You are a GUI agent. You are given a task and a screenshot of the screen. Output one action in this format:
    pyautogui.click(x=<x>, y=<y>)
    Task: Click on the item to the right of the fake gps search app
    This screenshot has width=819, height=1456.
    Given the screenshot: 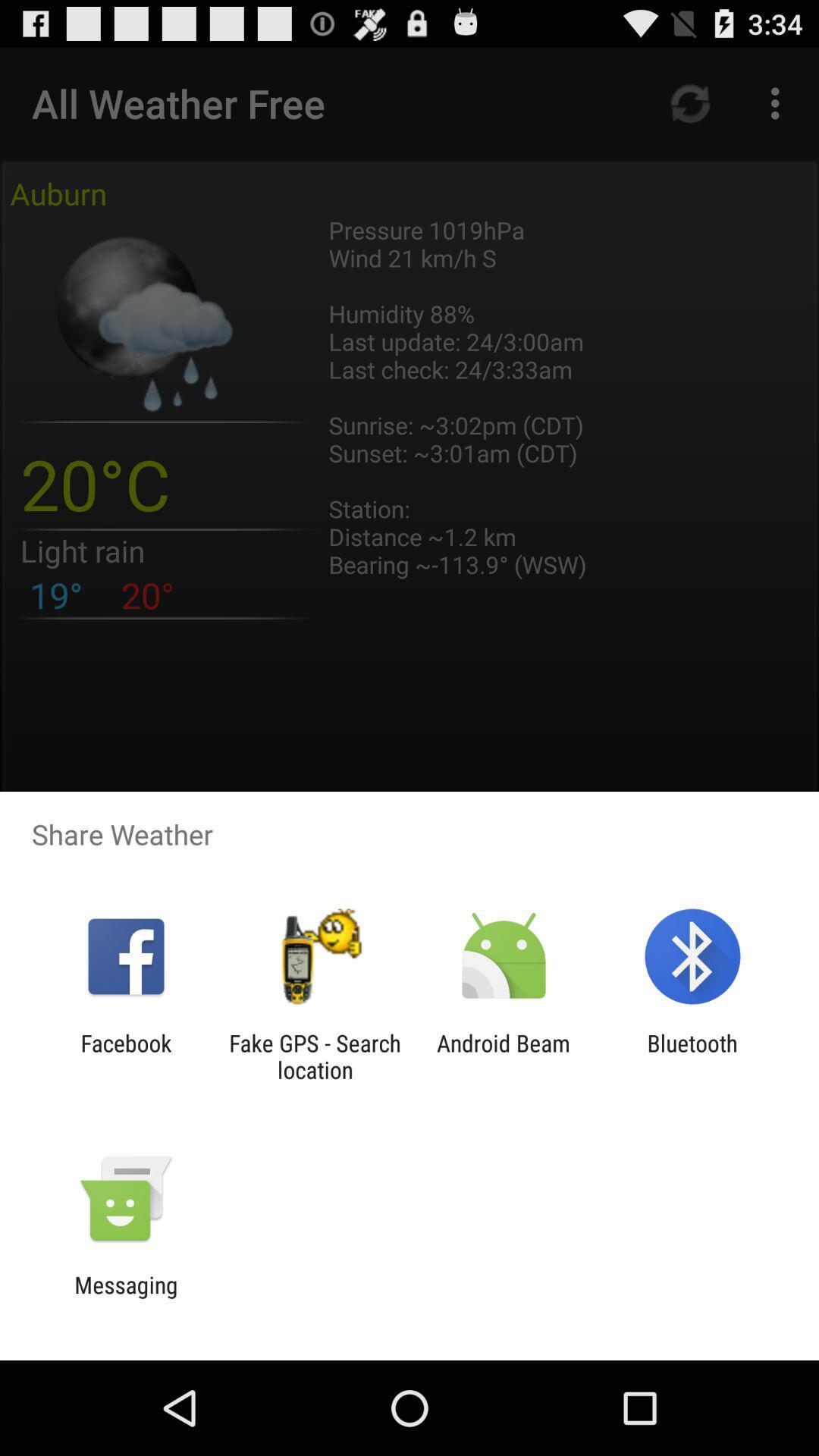 What is the action you would take?
    pyautogui.click(x=504, y=1056)
    